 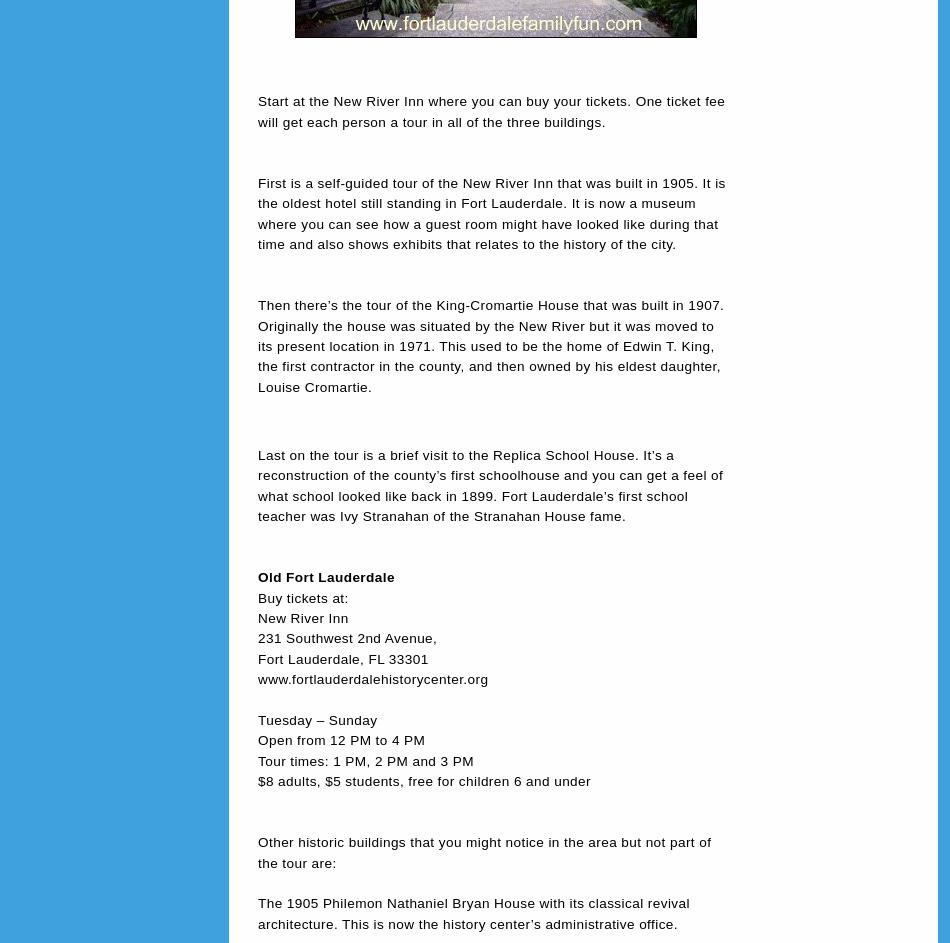 I want to click on 'Last on the tour is a brief visit to the Replica School House. It’s a reconstruction of the county’s first schoolhouse and you can get a feel of what school looked like back in 1899. Fort Lauderdale’s first school teacher was Ivy Stranahan of the Stranahan House fame.', so click(x=490, y=484).